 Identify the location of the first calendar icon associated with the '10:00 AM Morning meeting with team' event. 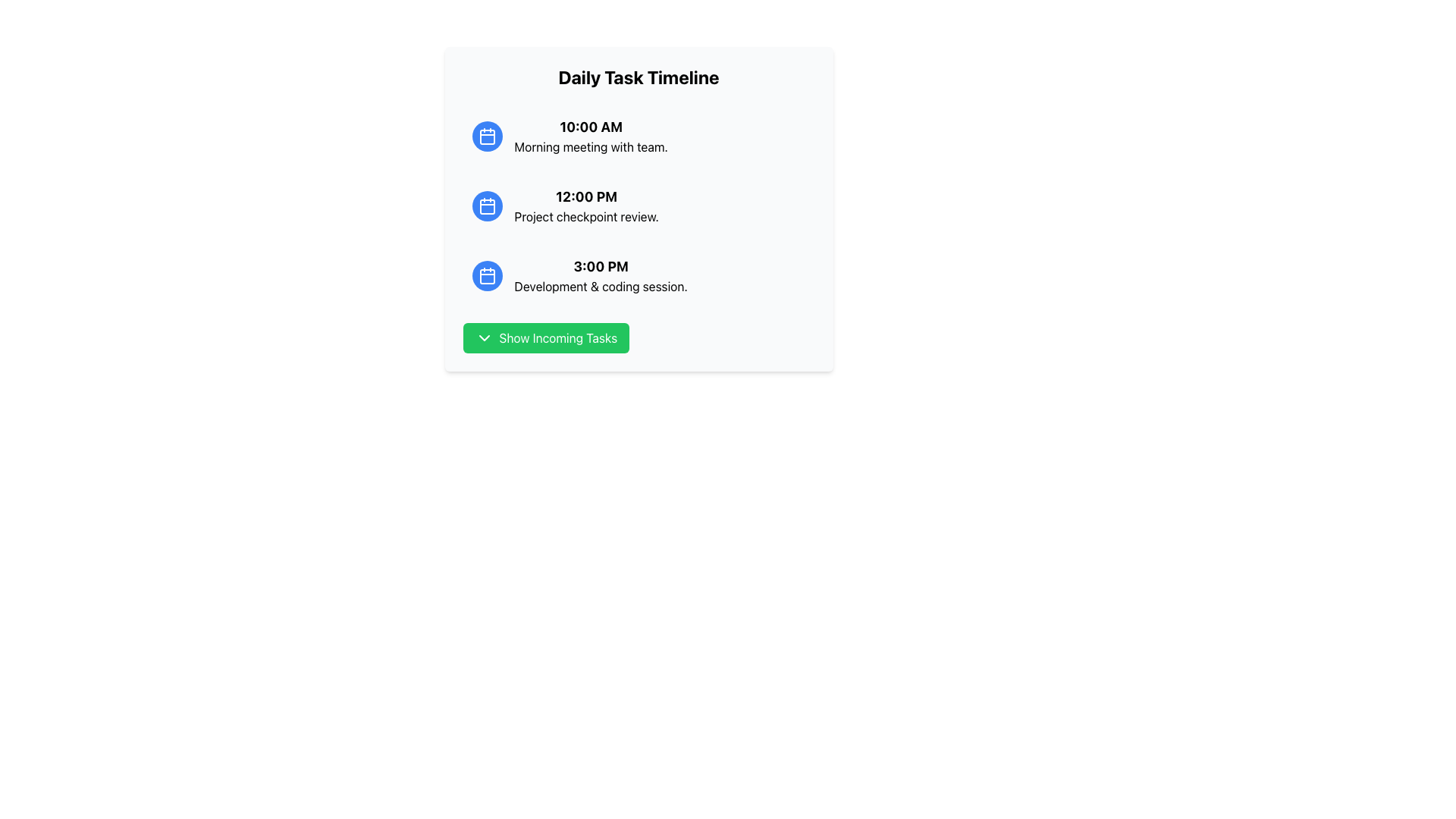
(487, 136).